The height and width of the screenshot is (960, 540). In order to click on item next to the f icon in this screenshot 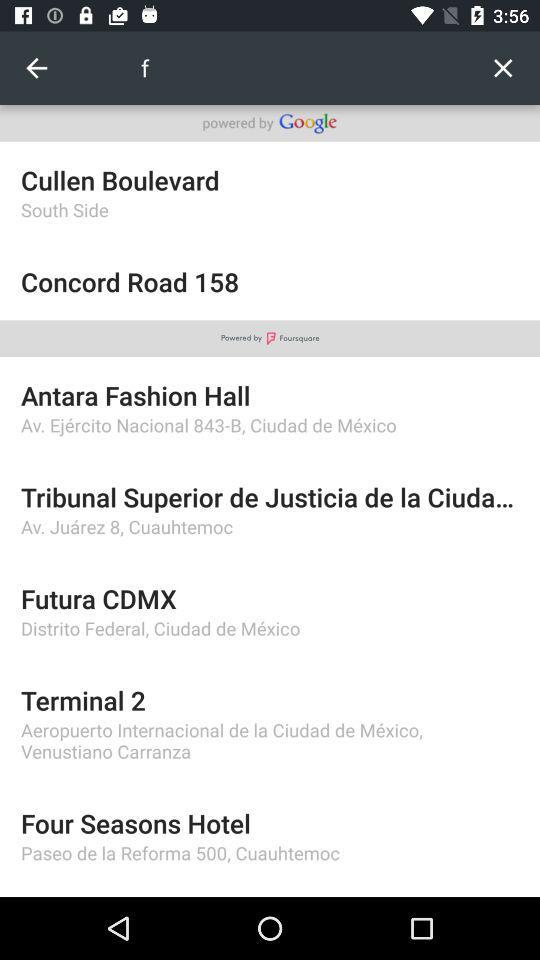, I will do `click(36, 68)`.